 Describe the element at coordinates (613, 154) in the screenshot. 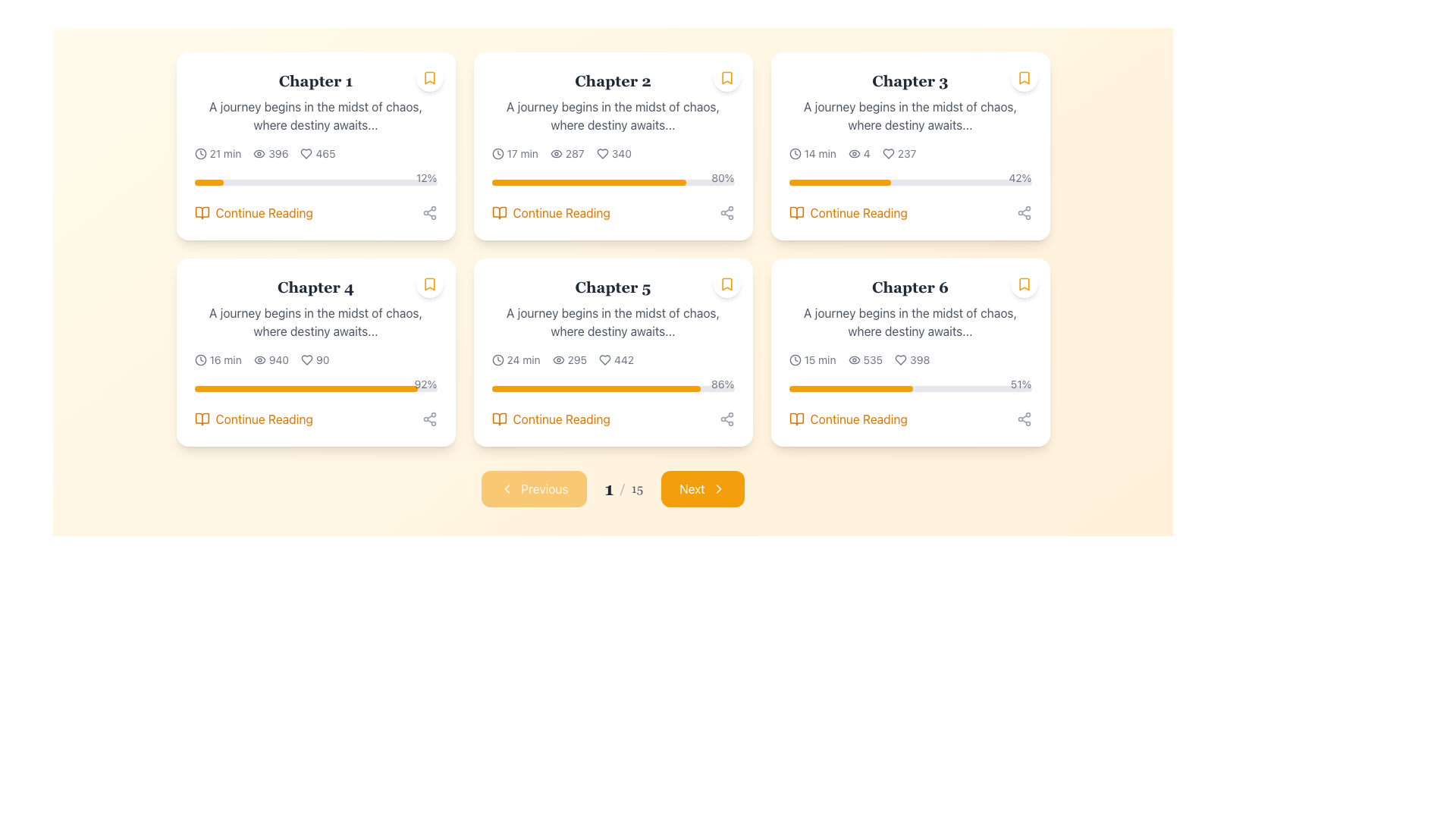

I see `the data display icons in the Chapter 2 section` at that location.